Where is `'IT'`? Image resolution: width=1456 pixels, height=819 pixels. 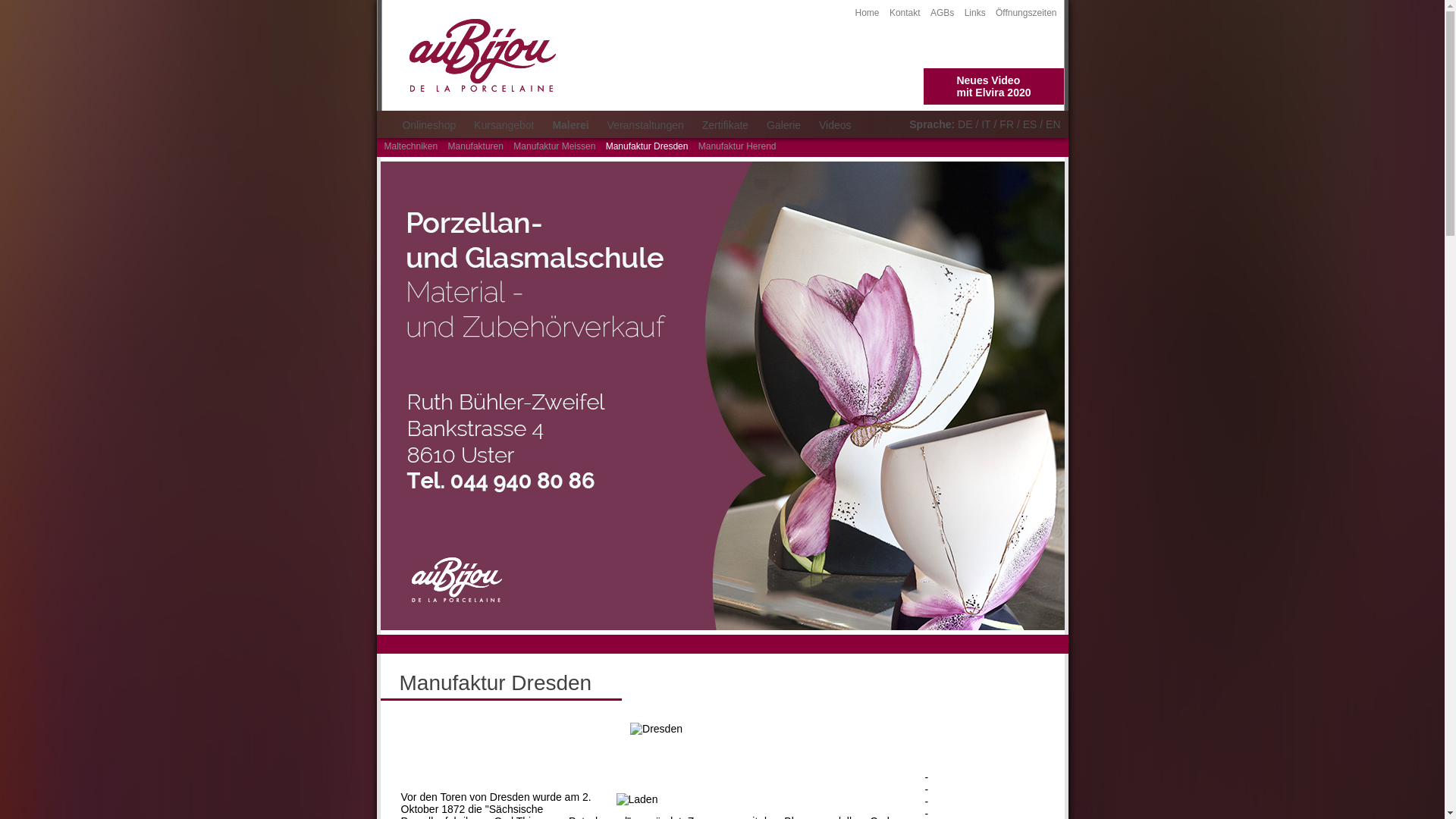
'IT' is located at coordinates (986, 124).